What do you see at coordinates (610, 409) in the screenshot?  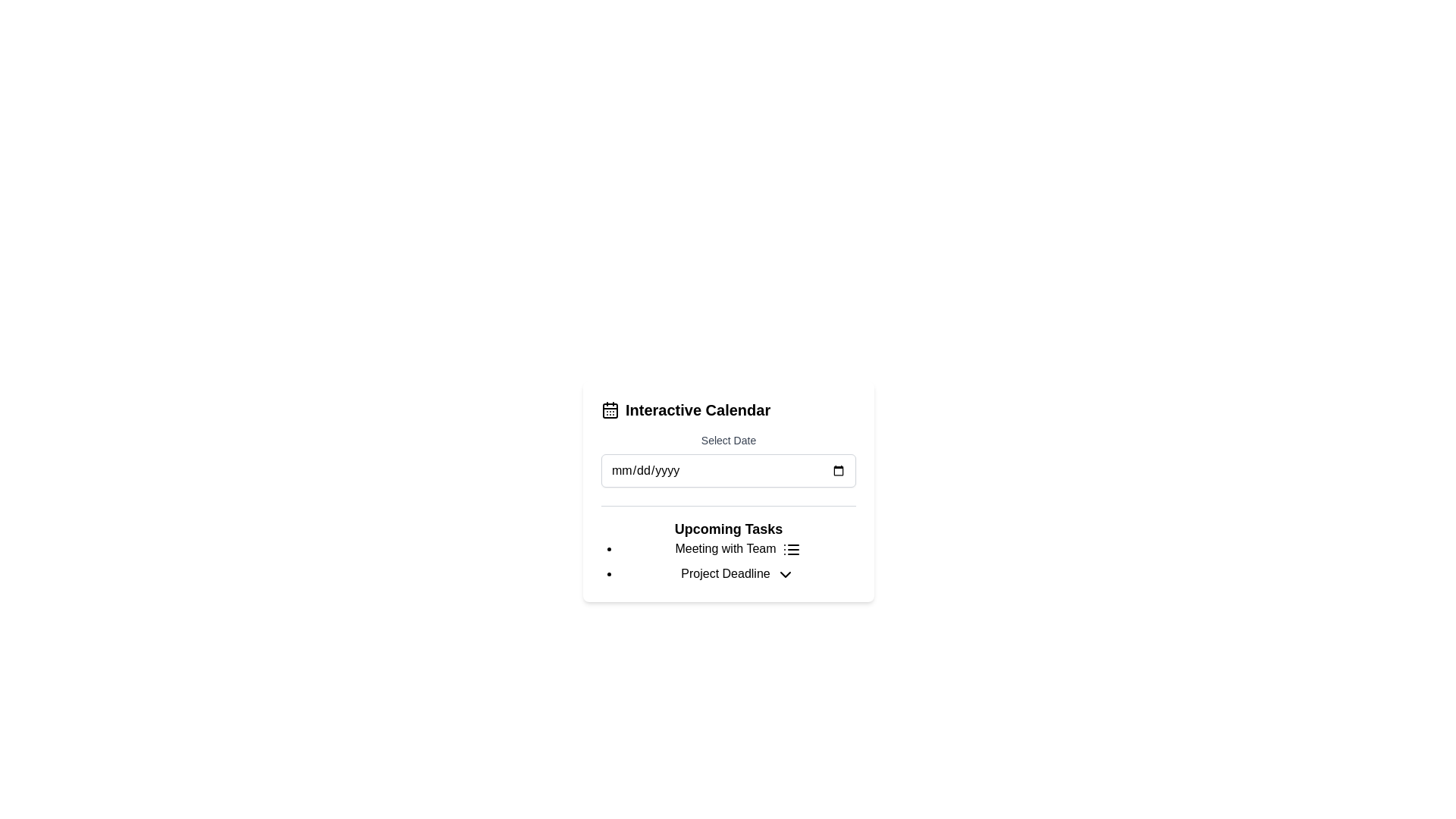 I see `the calendar icon located to the left of the 'Interactive Calendar' text in the top section of the interface` at bounding box center [610, 409].